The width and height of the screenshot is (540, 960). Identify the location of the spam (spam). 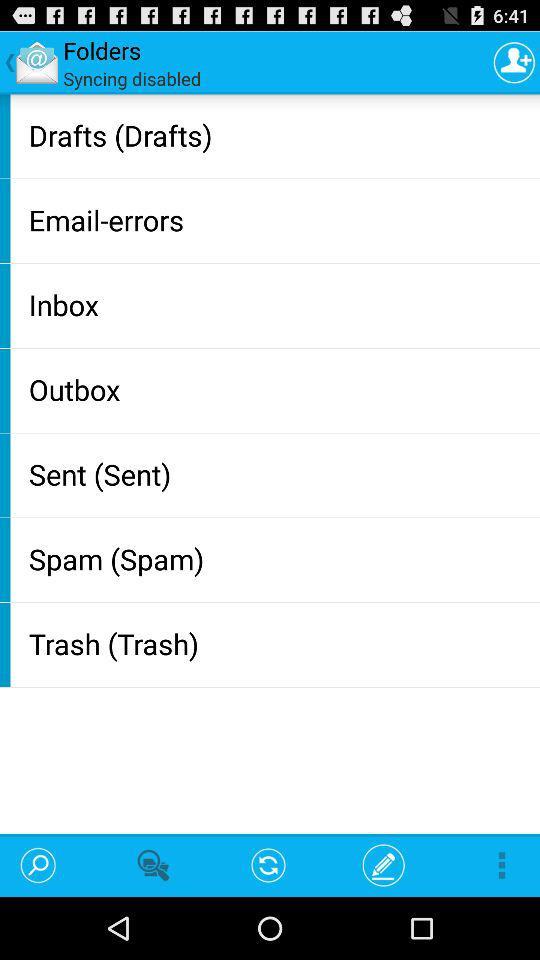
(279, 558).